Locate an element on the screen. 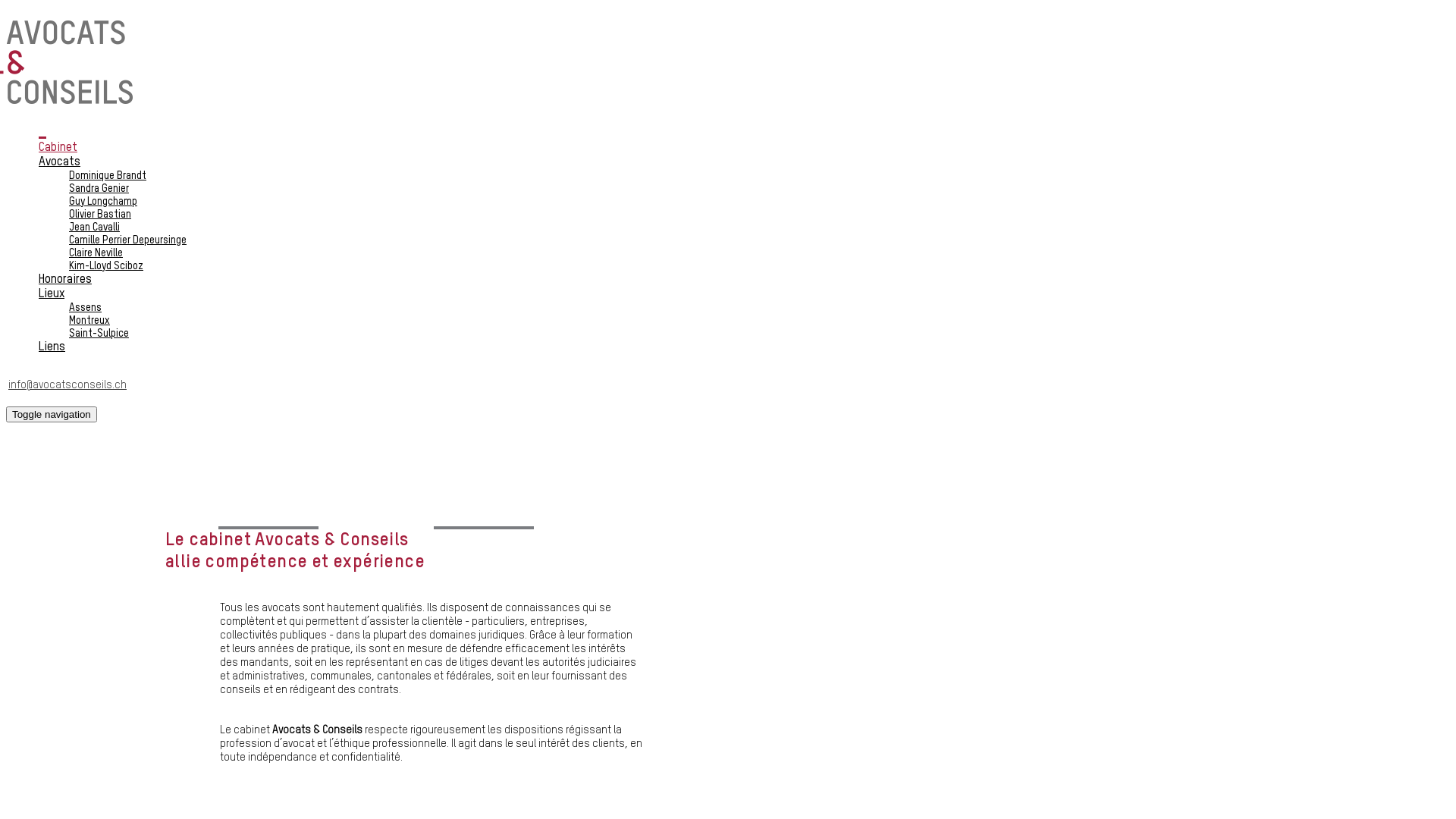  'Saint-Sulpice' is located at coordinates (65, 332).